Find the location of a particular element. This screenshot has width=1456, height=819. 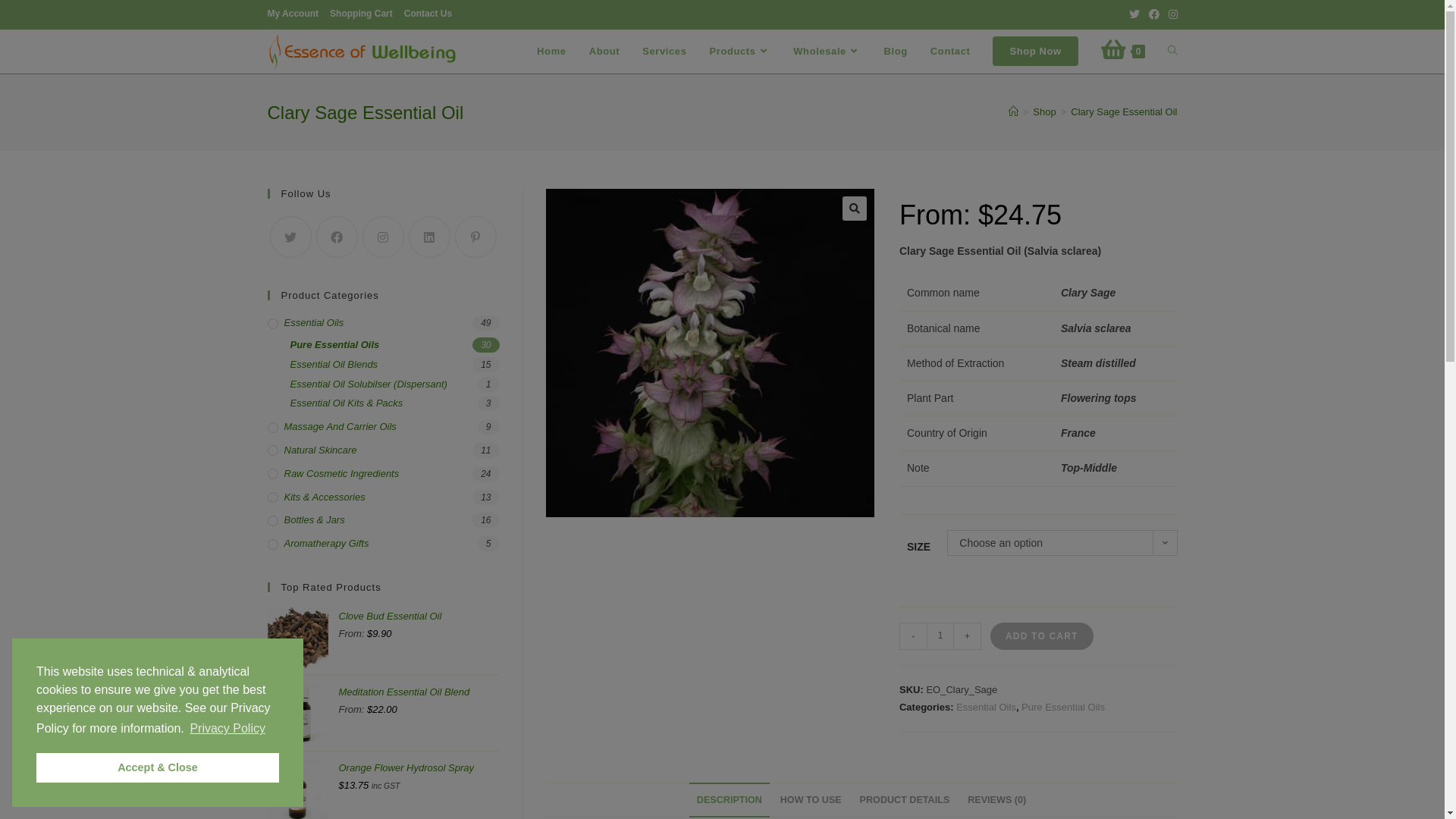

'Meditation Essential Oil Blend' is located at coordinates (419, 701).